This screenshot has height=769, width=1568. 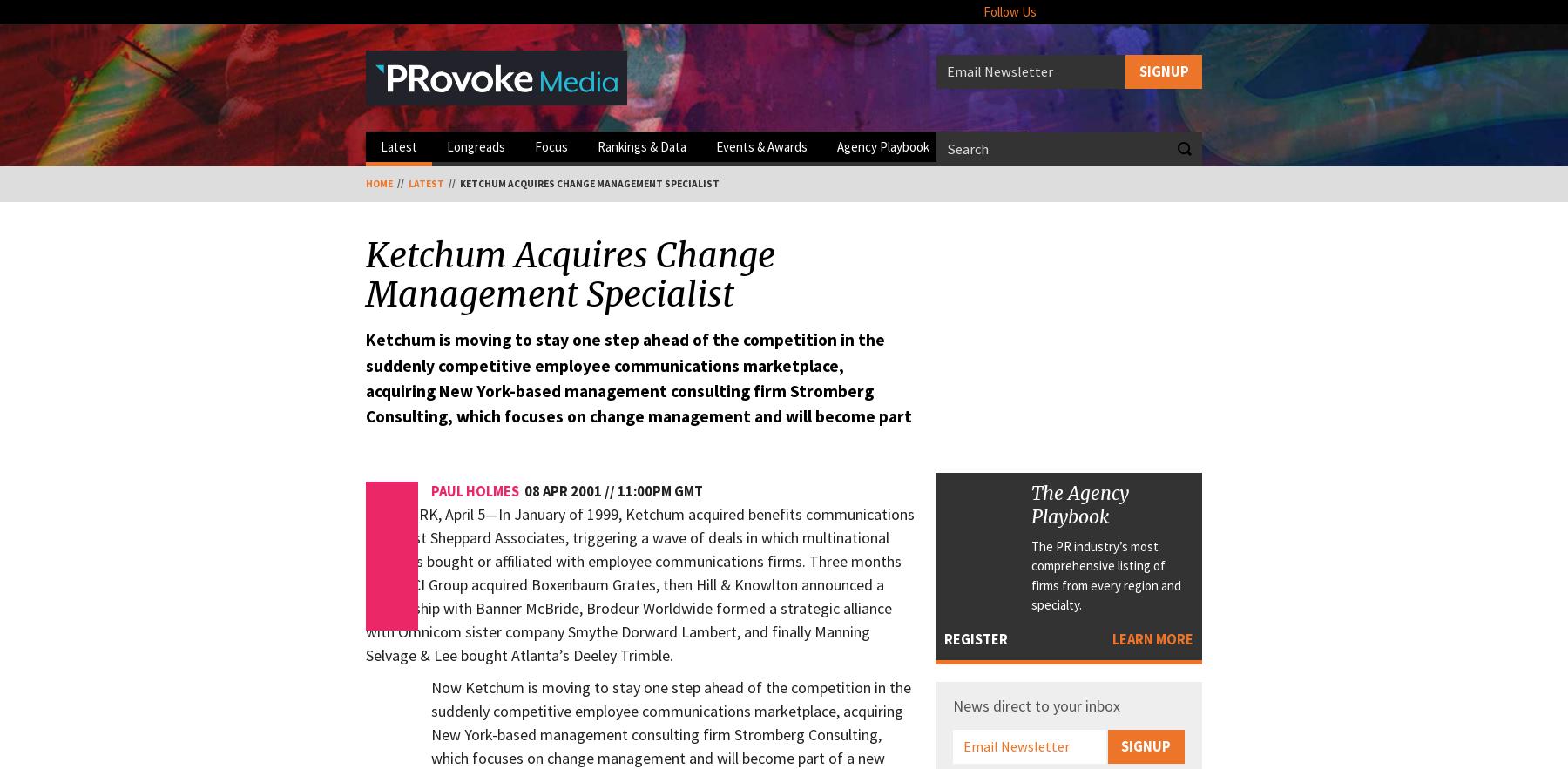 I want to click on 'News direct to your inbox', so click(x=1035, y=704).